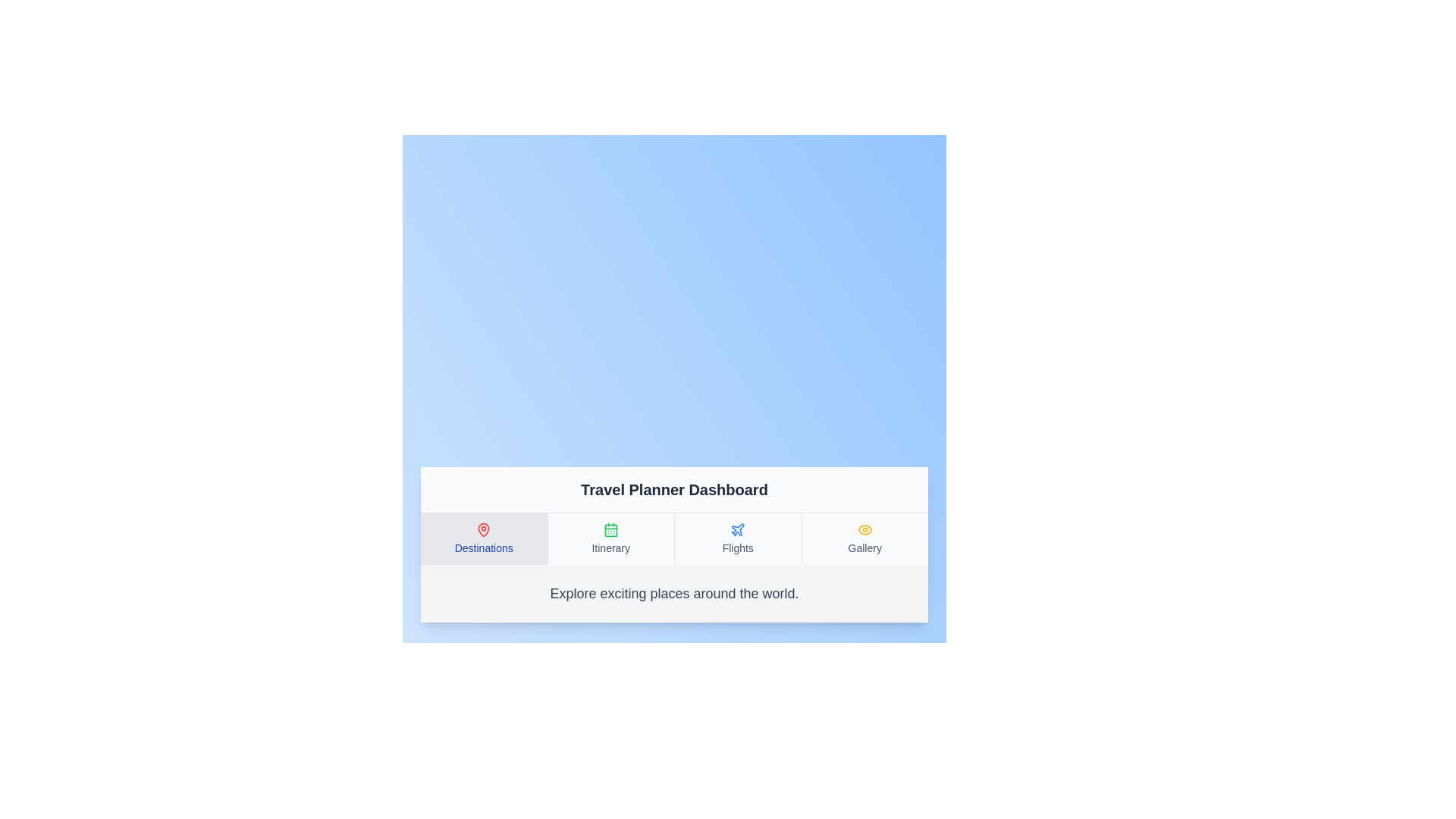 The height and width of the screenshot is (819, 1456). Describe the element at coordinates (610, 538) in the screenshot. I see `the 'Itinerary' button, which is the second item in a horizontal button group located near the top-center section of the page` at that location.